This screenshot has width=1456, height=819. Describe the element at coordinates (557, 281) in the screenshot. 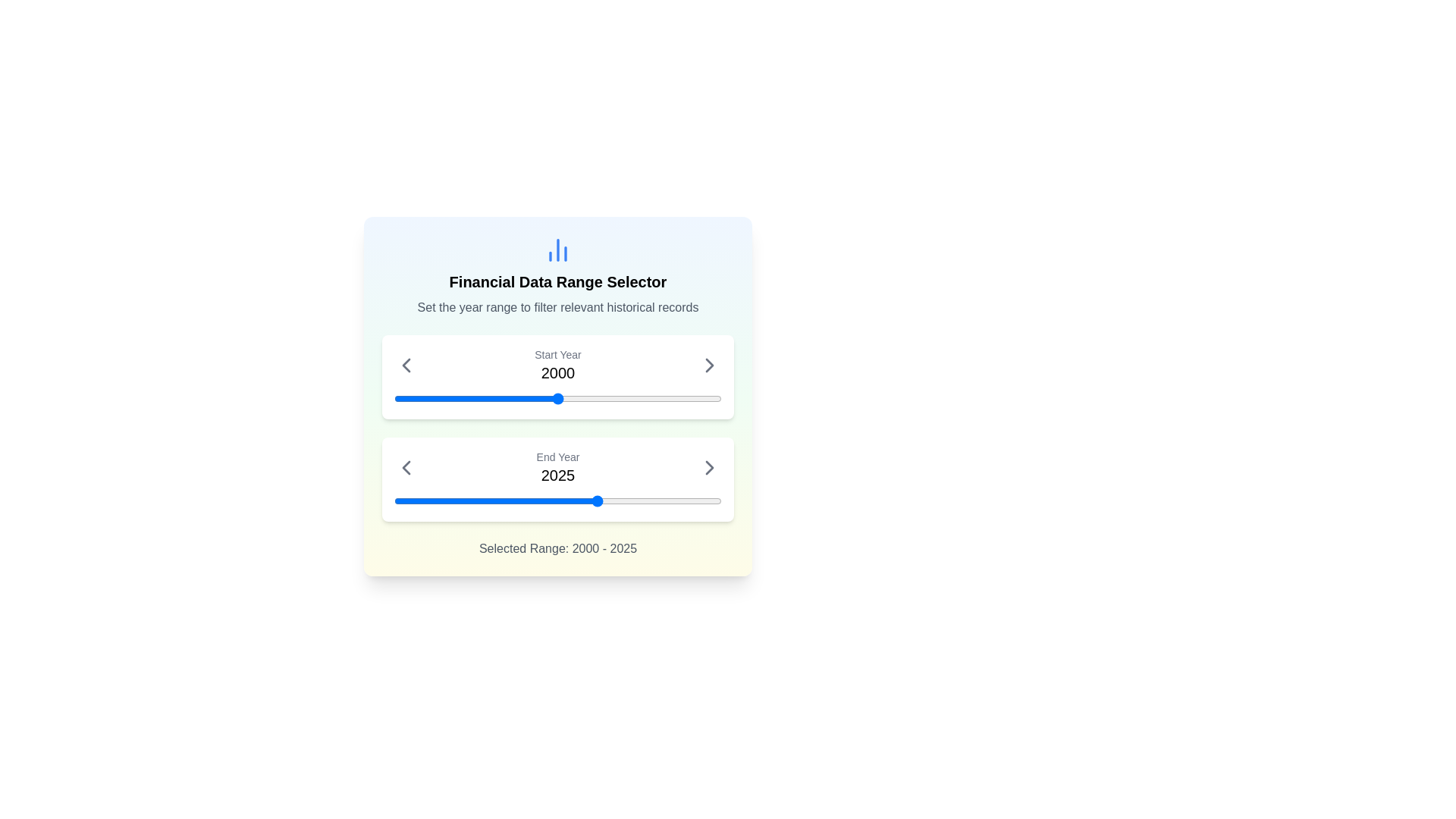

I see `the static text element that serves as the title for the section, located above the descriptive text 'Set the year range to filter relevant historical records'` at that location.